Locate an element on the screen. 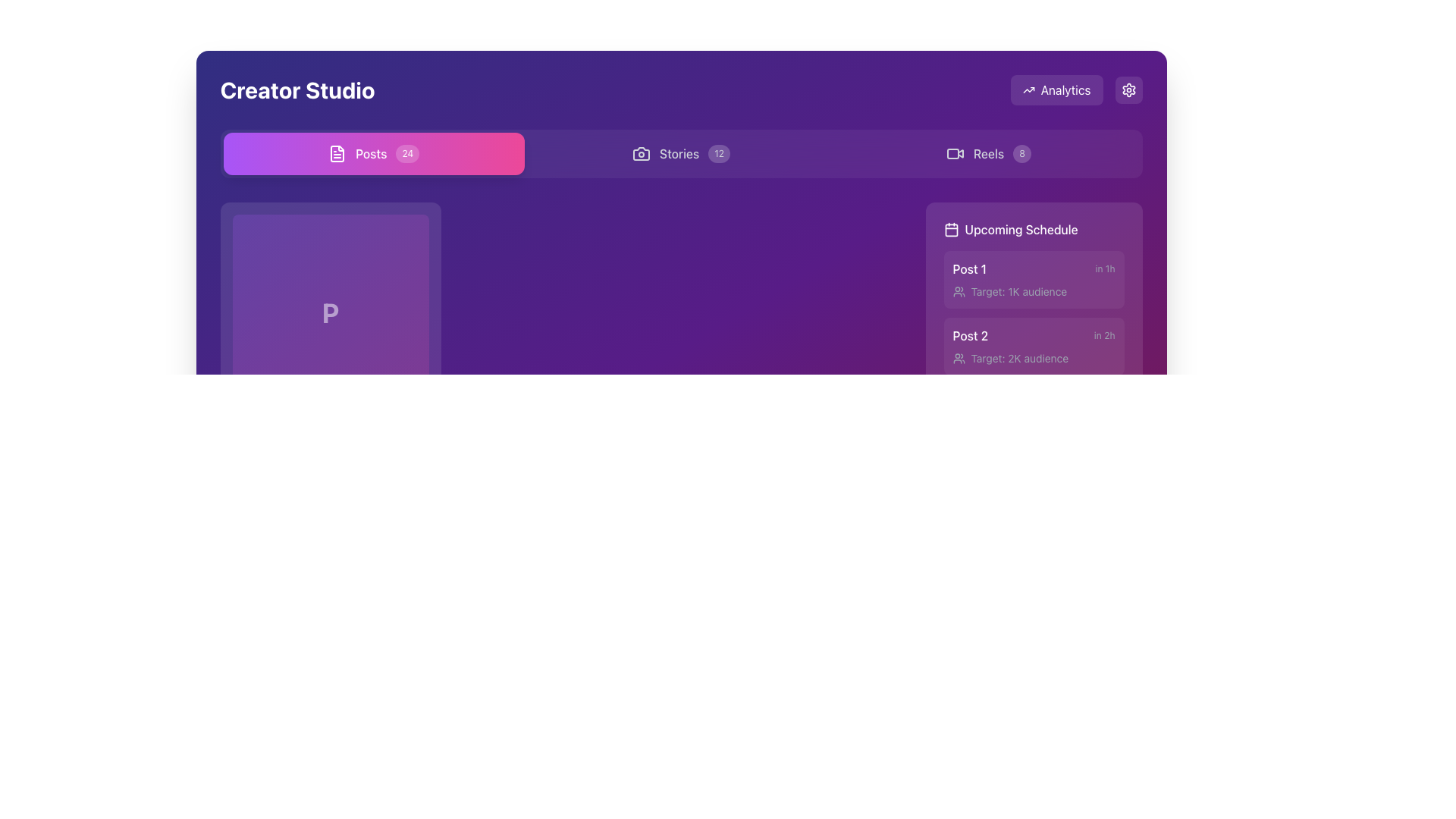  the settings IconButton located at the top-right corner of the interface is located at coordinates (1128, 90).